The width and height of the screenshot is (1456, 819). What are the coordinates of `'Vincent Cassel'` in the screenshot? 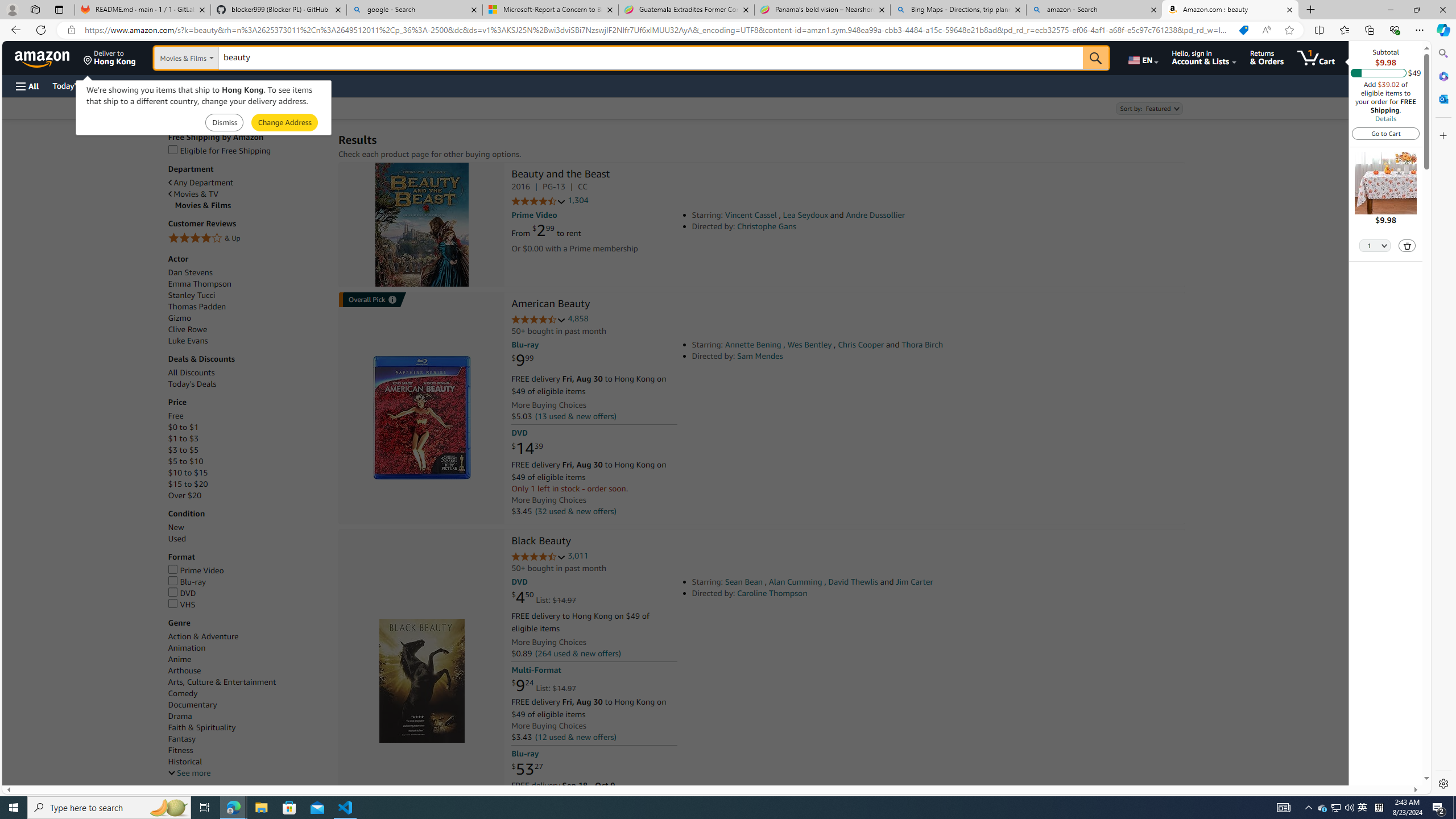 It's located at (751, 215).